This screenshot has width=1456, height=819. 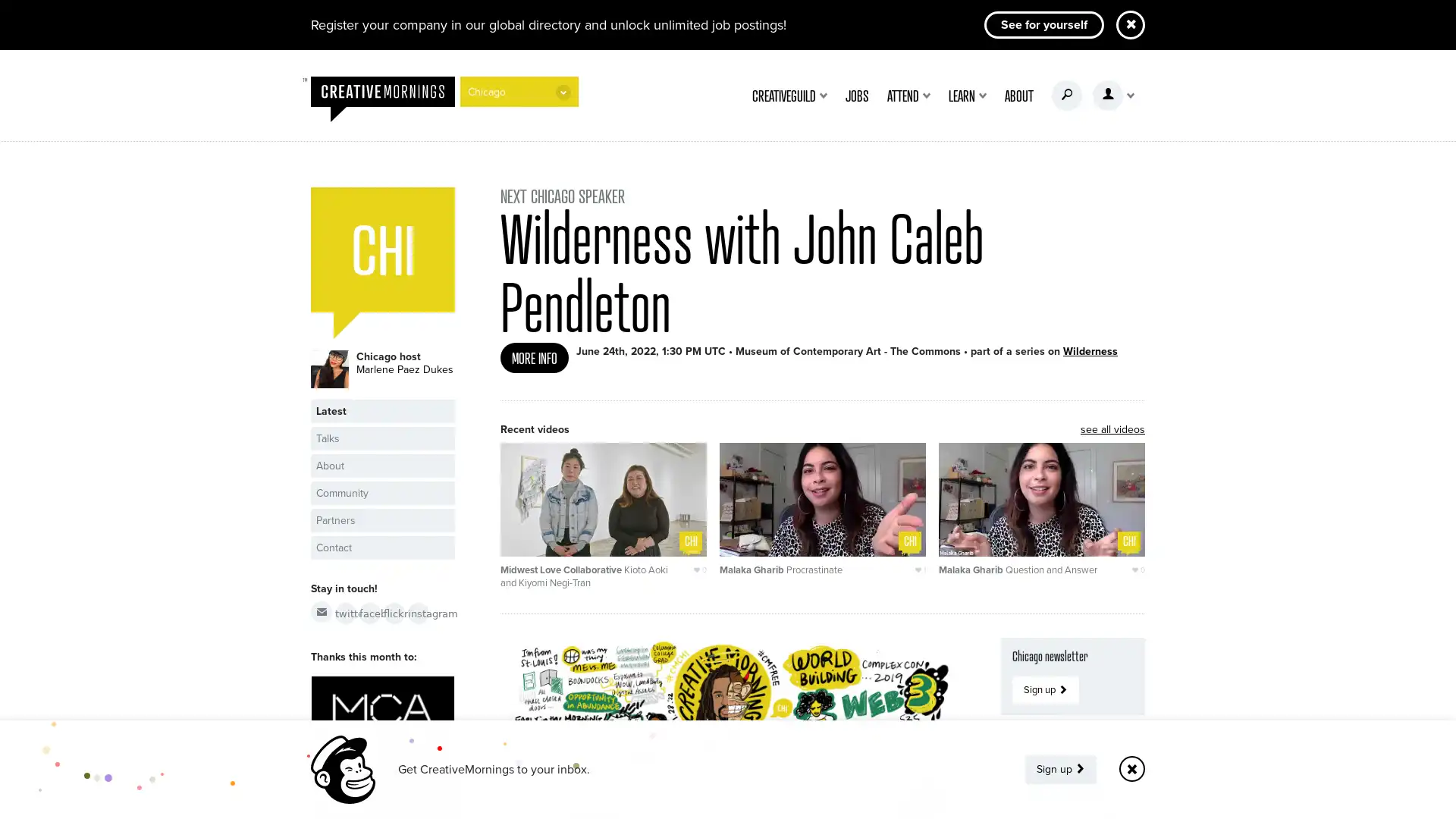 What do you see at coordinates (1131, 769) in the screenshot?
I see `close` at bounding box center [1131, 769].